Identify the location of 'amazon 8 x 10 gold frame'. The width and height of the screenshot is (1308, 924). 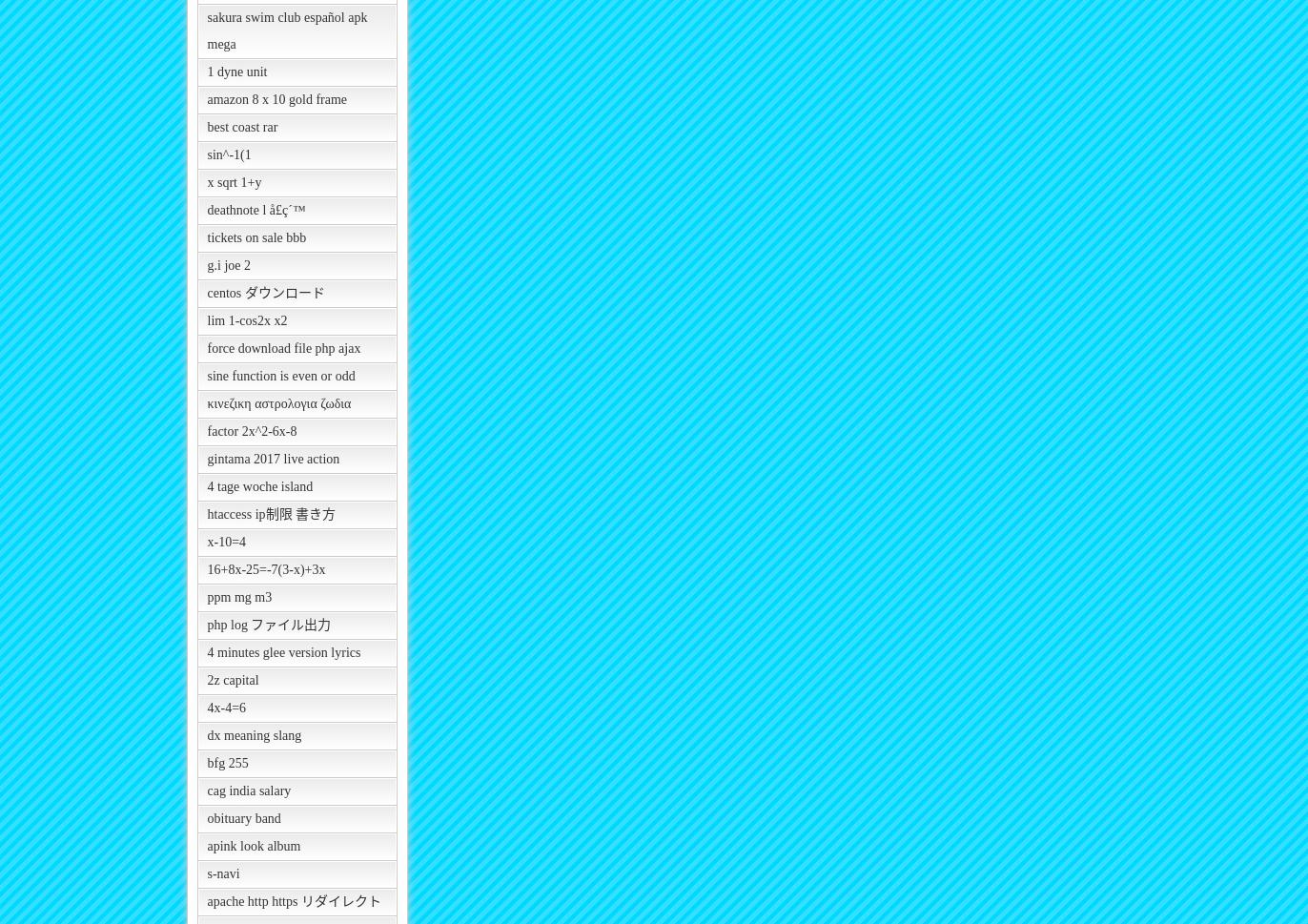
(276, 99).